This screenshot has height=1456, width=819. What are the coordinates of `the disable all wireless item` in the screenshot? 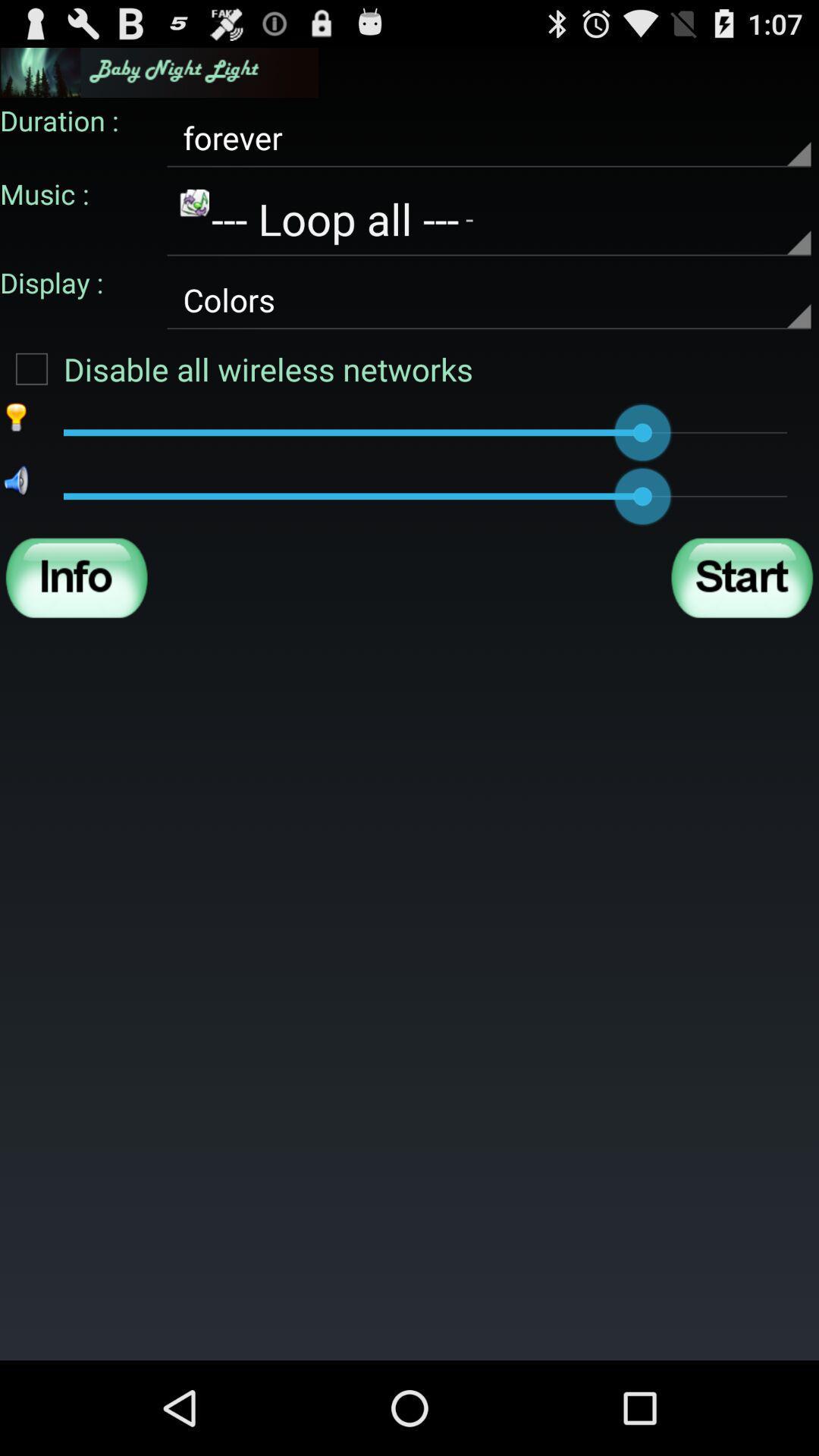 It's located at (237, 369).